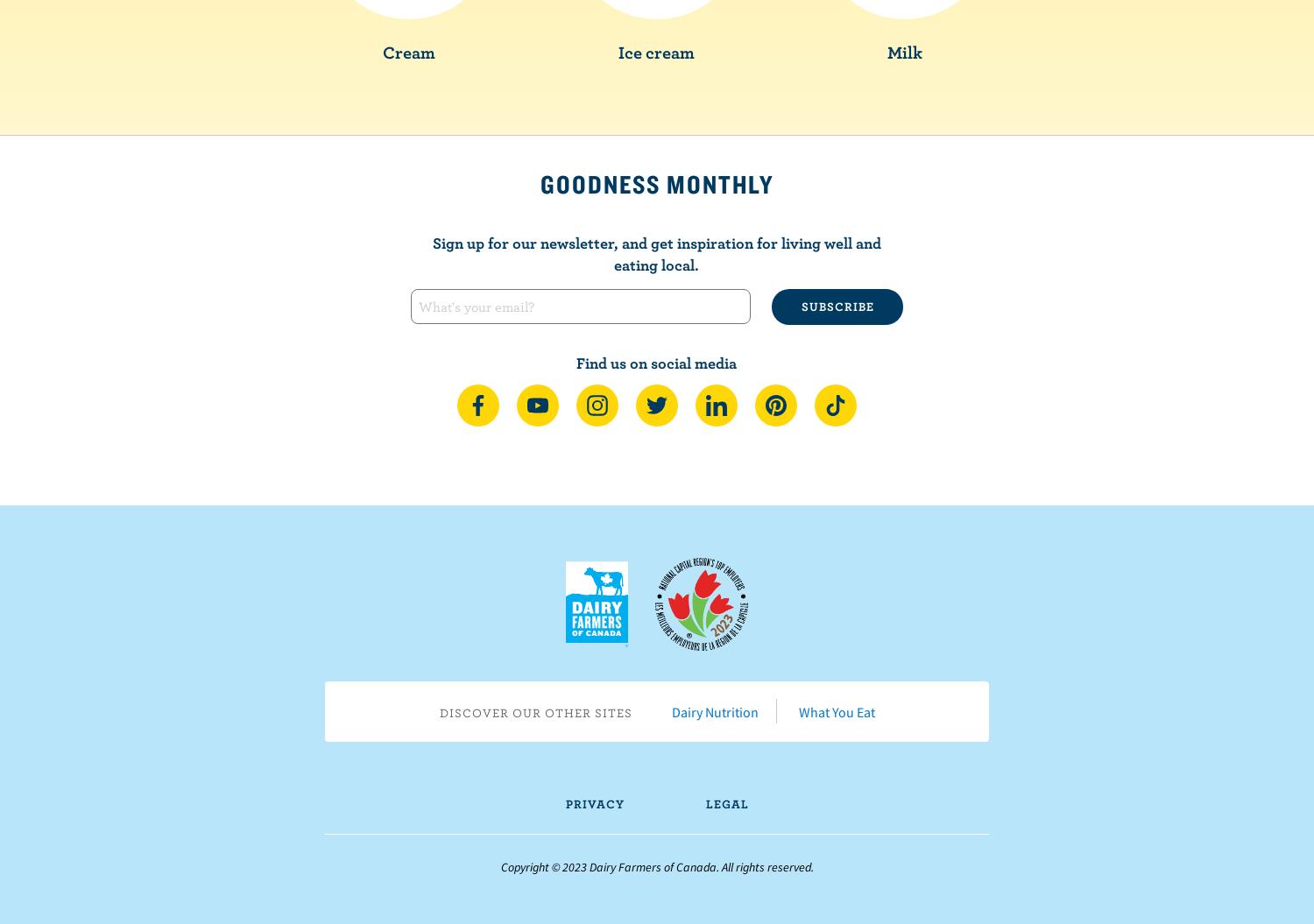  What do you see at coordinates (835, 710) in the screenshot?
I see `'What You Eat'` at bounding box center [835, 710].